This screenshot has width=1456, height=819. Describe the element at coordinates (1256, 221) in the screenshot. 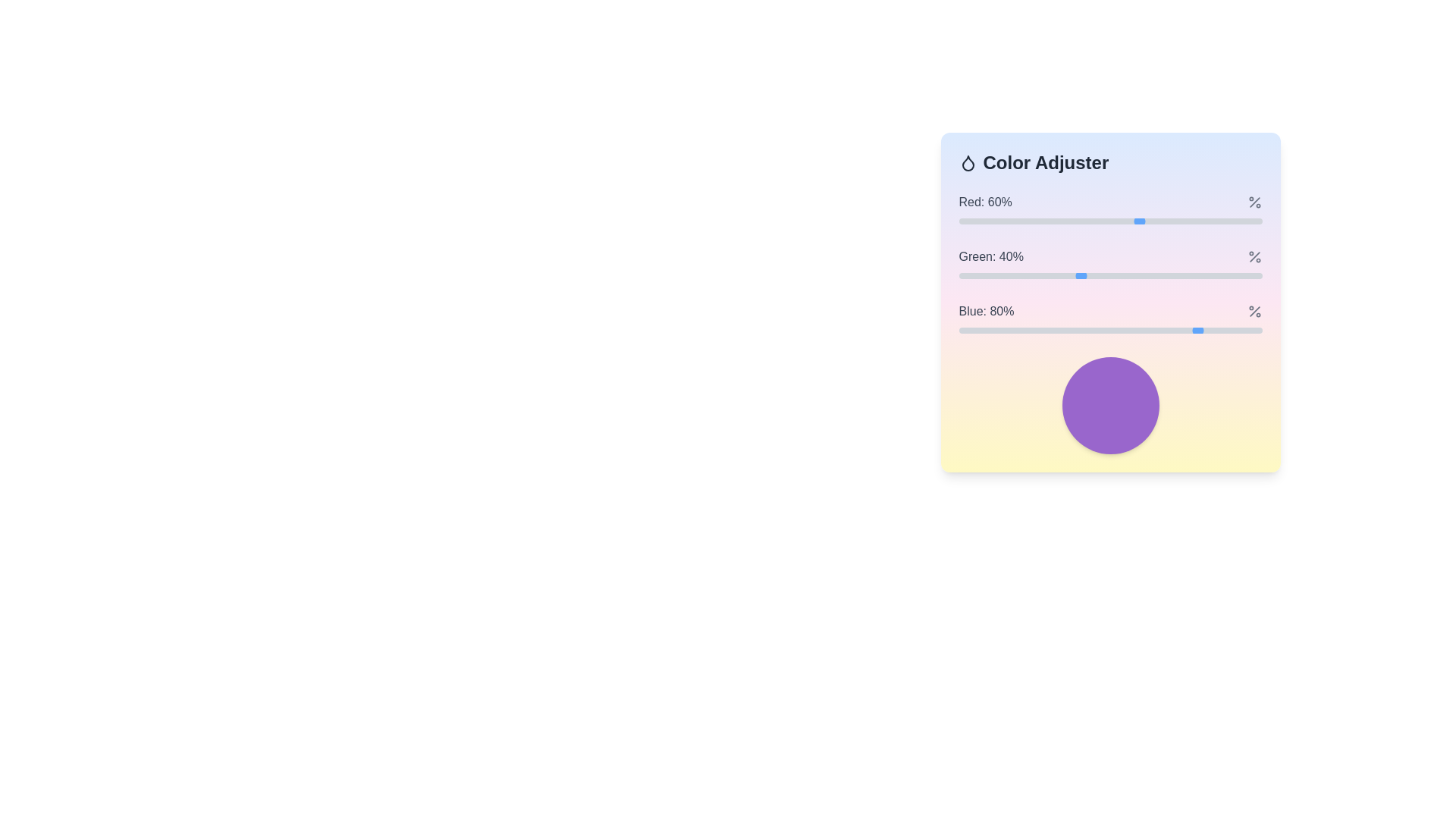

I see `the red color level to 98% by moving the slider` at that location.